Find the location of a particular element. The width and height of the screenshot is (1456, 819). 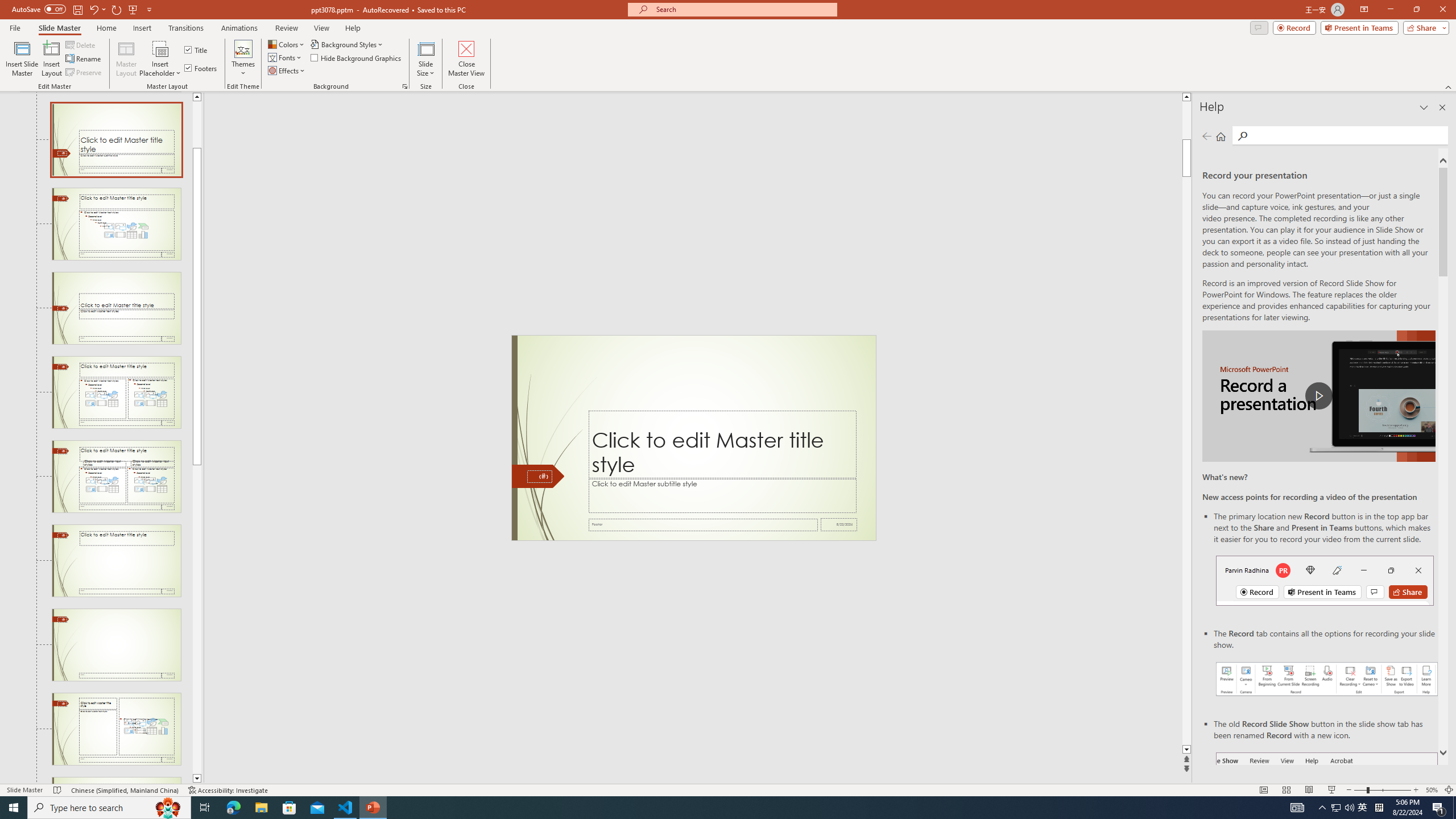

'Close Master View' is located at coordinates (466, 59).